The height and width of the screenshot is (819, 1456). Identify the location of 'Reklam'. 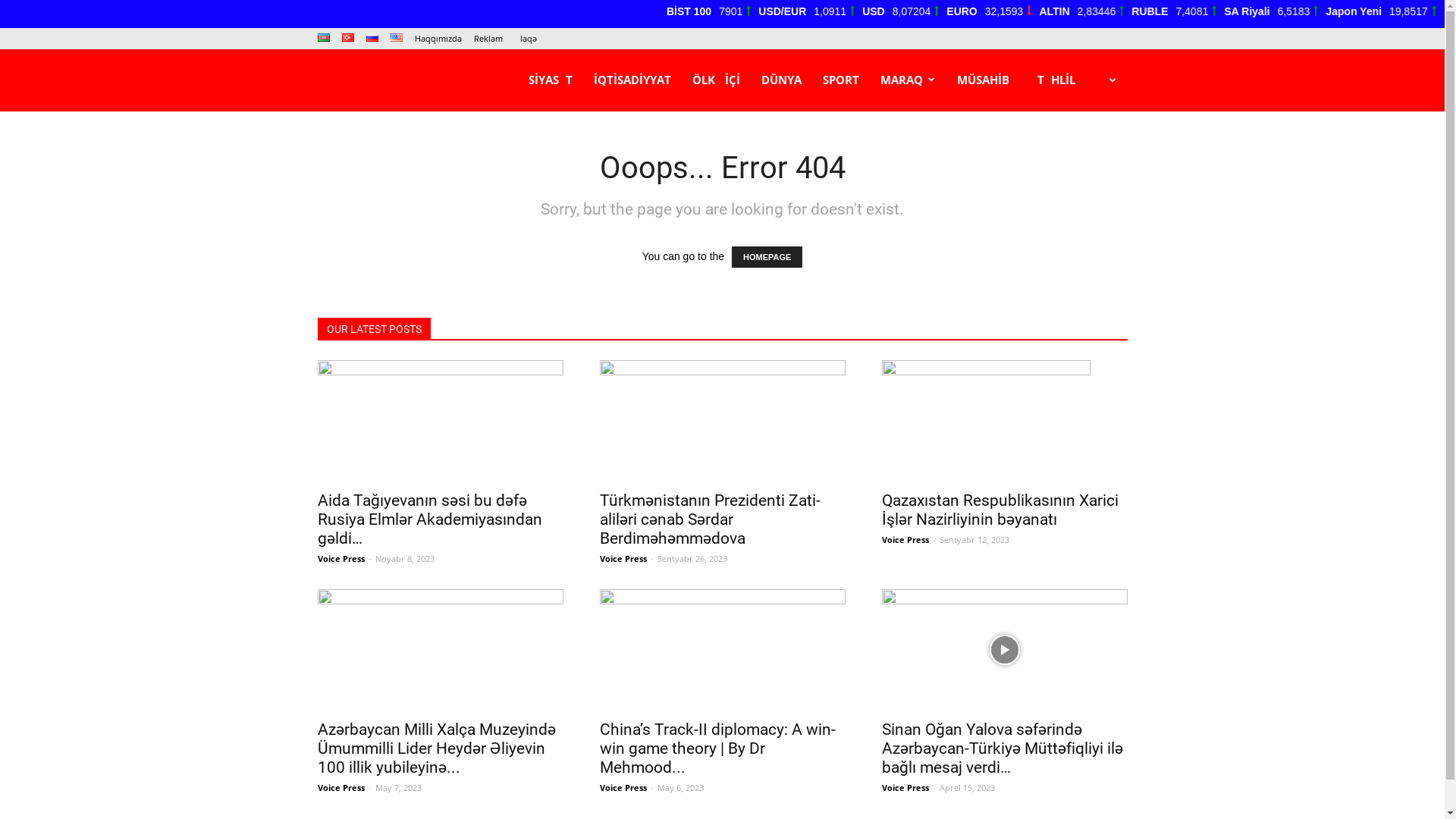
(488, 37).